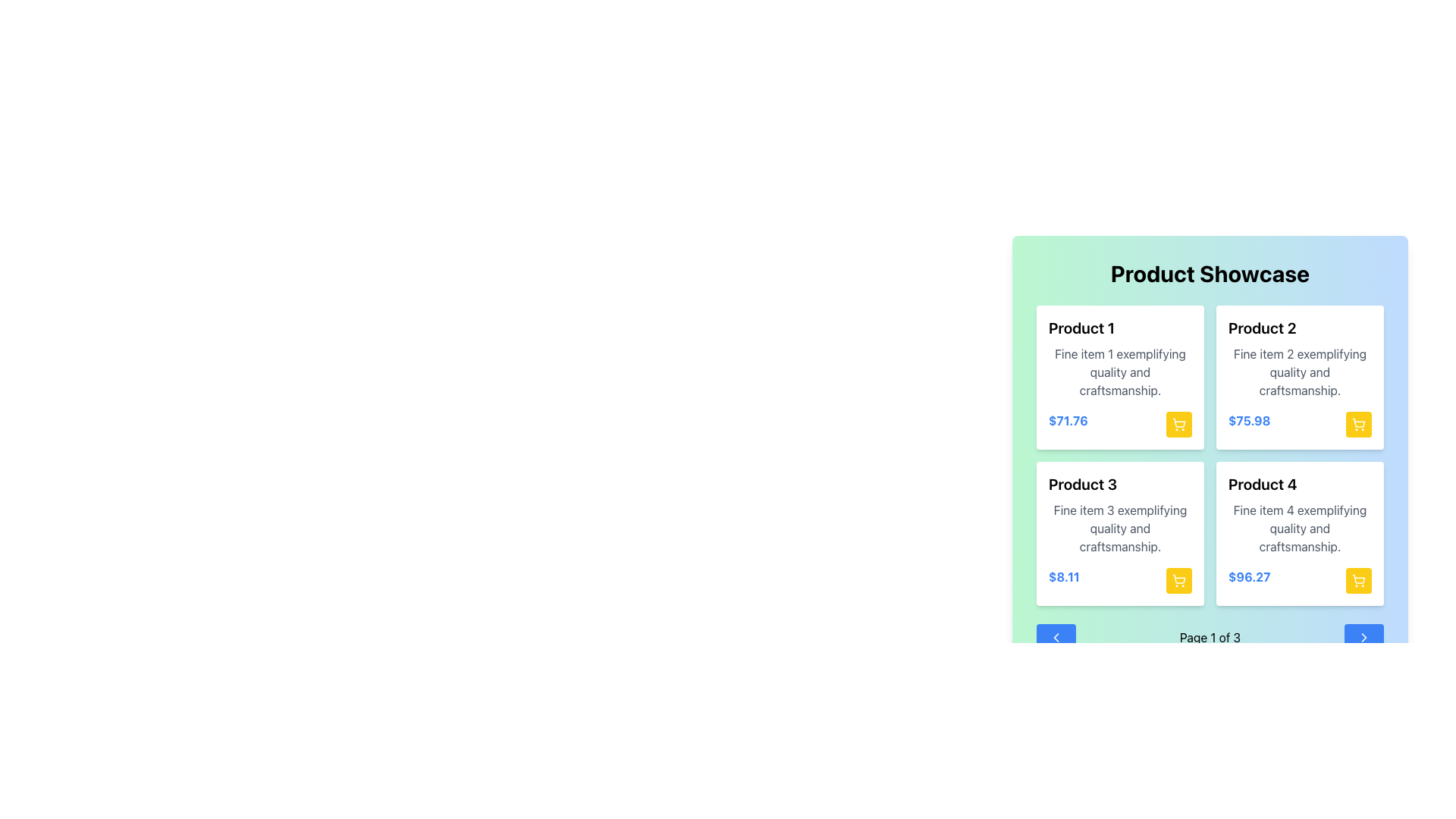 Image resolution: width=1456 pixels, height=819 pixels. I want to click on the add to cart icon located at the bottom right corner of the second product's card in the second row, so click(1359, 422).